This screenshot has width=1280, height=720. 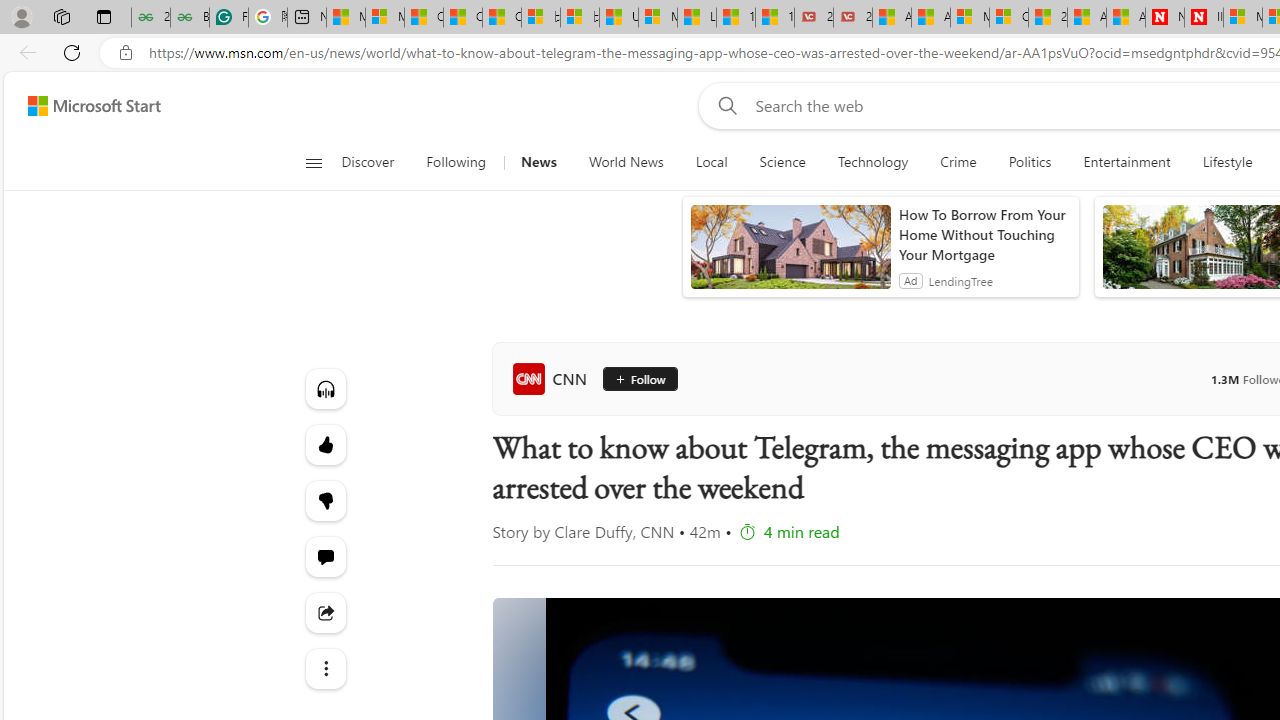 What do you see at coordinates (789, 254) in the screenshot?
I see `'anim-content'` at bounding box center [789, 254].